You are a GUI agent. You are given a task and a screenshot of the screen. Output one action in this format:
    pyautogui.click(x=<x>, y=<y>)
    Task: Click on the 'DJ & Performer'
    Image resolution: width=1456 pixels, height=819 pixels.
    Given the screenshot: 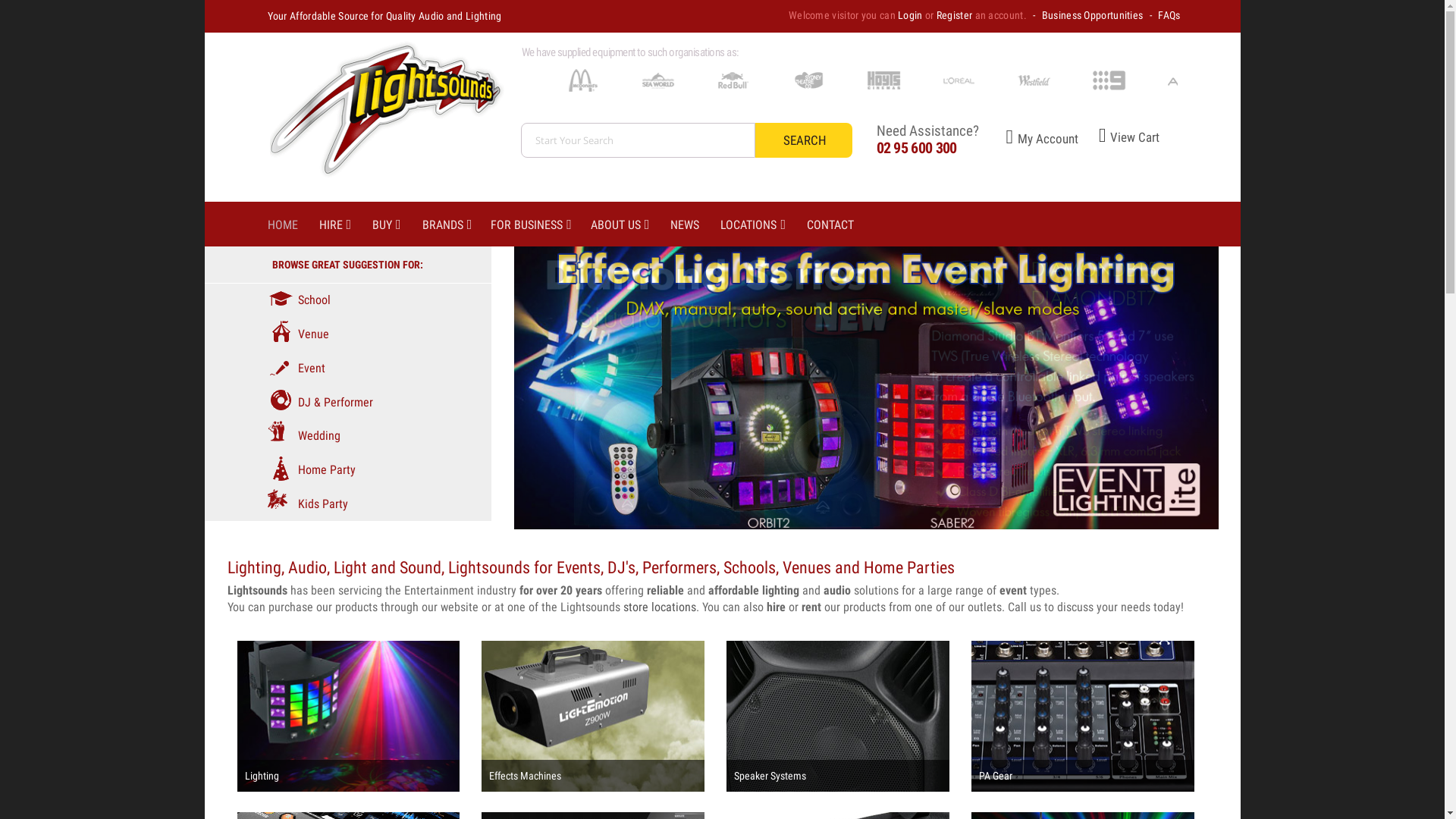 What is the action you would take?
    pyautogui.click(x=318, y=401)
    